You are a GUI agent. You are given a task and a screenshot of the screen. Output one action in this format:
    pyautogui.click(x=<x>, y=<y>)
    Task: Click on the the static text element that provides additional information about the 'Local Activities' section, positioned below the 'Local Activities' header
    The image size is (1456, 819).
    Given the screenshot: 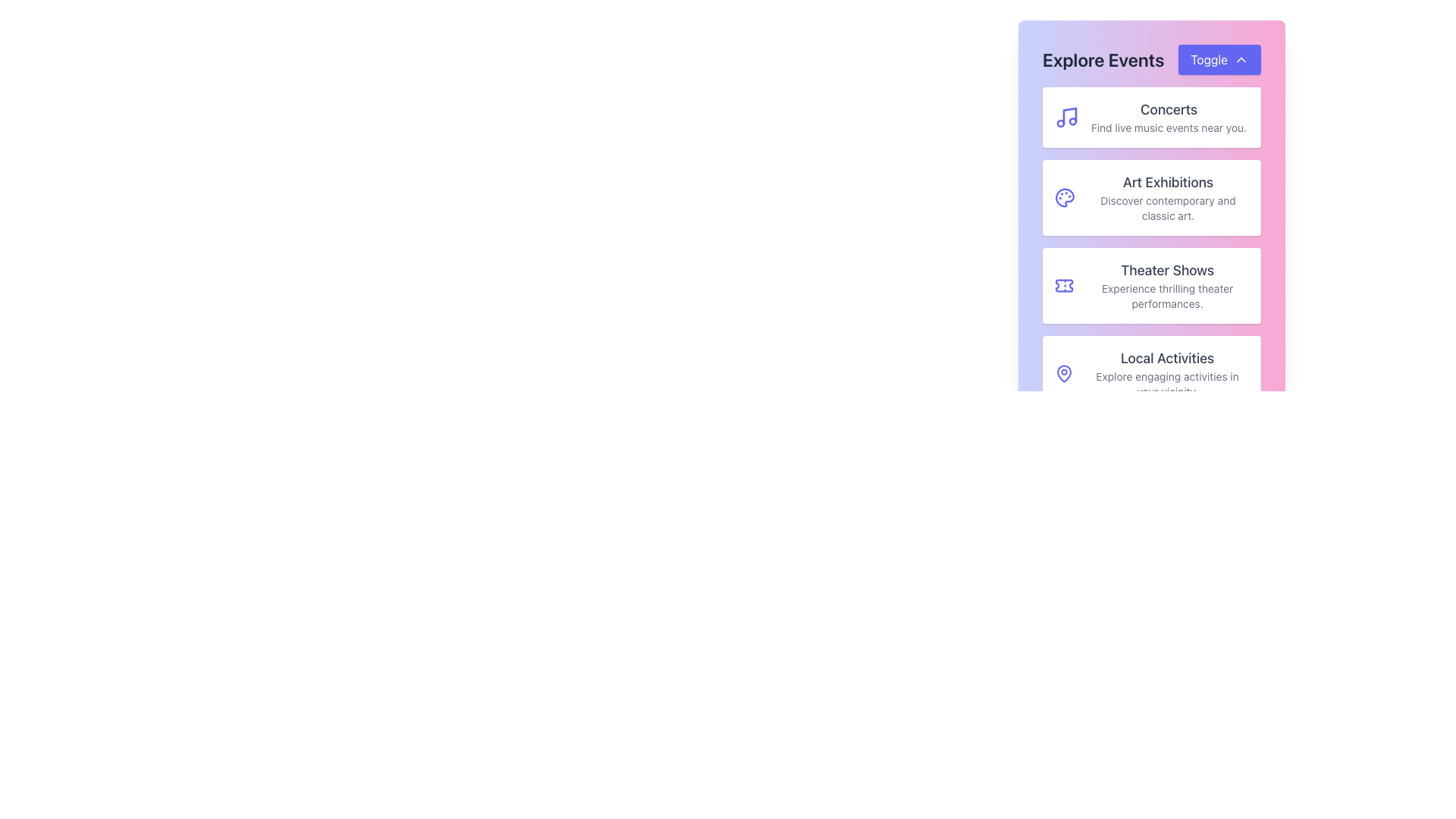 What is the action you would take?
    pyautogui.click(x=1166, y=383)
    